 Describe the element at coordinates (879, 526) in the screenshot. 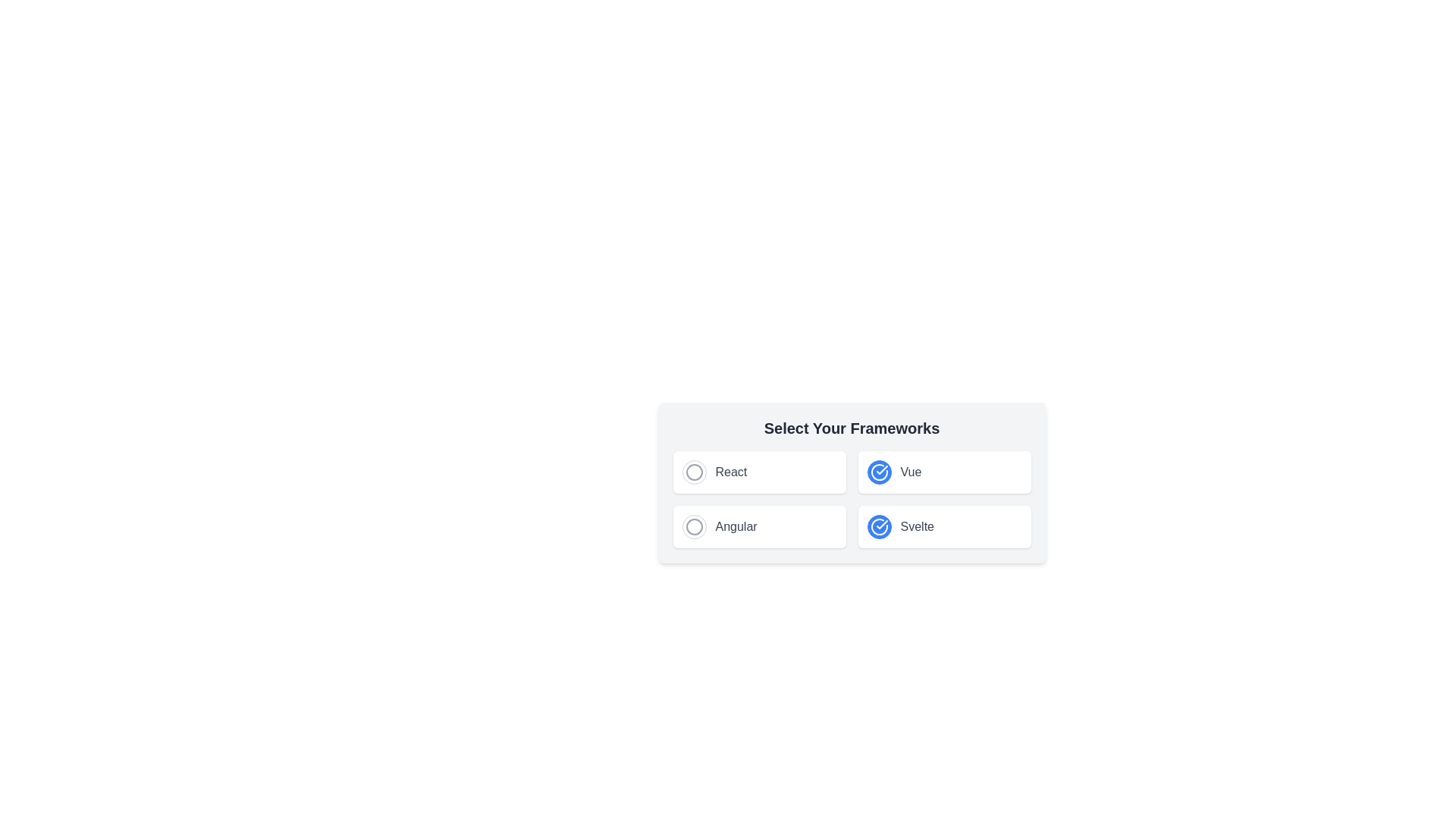

I see `the 'Svelte' selectable option button` at that location.